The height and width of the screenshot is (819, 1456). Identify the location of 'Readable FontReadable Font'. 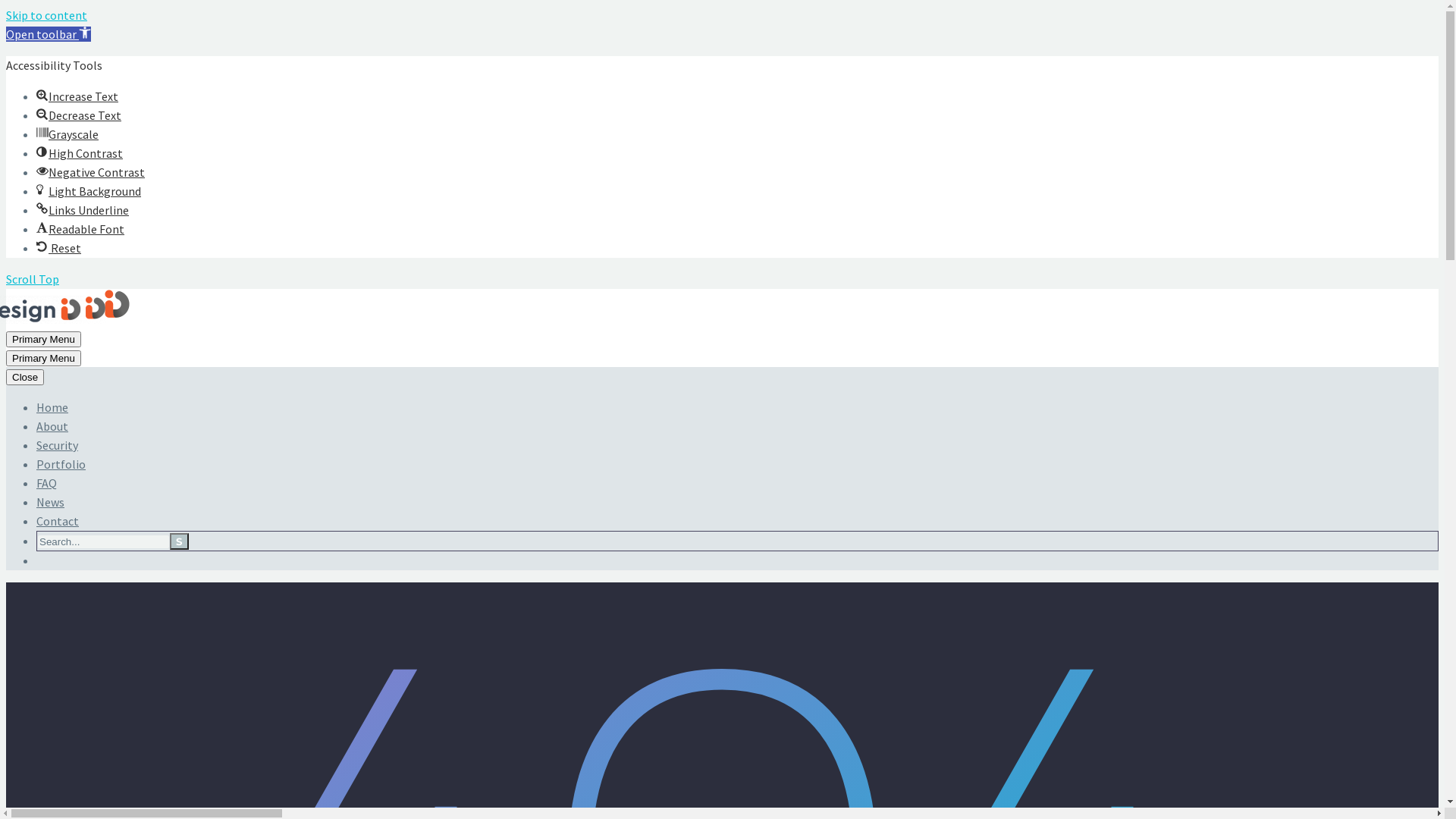
(79, 228).